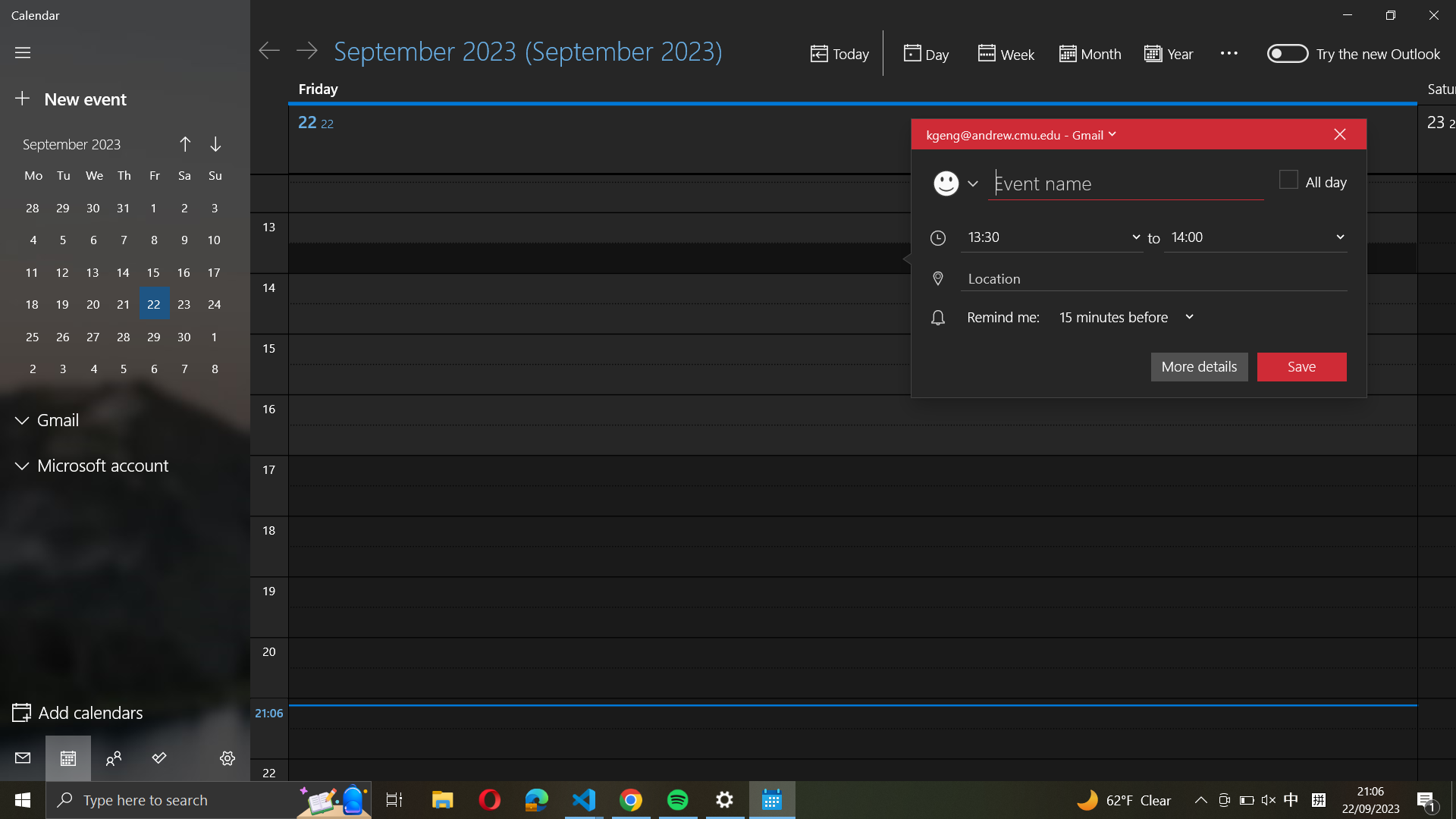 The image size is (1456, 819). What do you see at coordinates (1198, 365) in the screenshot?
I see `the "more details" information of the ongoing event` at bounding box center [1198, 365].